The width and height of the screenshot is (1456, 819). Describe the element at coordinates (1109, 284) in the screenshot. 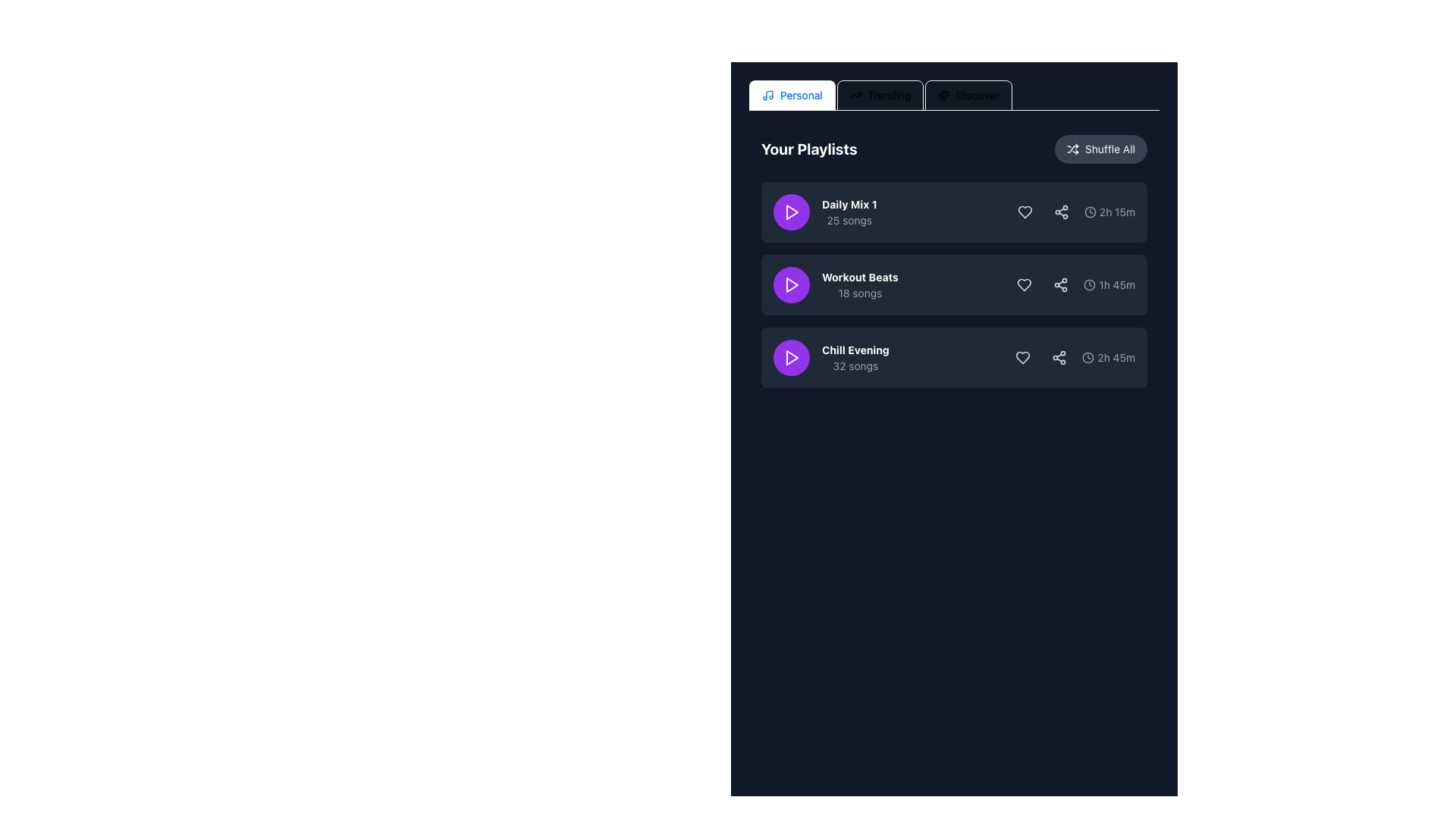

I see `the total duration label of the 'Workout Beats' playlist, which is located on the right side of the playlist row, just before the other time indicators` at that location.